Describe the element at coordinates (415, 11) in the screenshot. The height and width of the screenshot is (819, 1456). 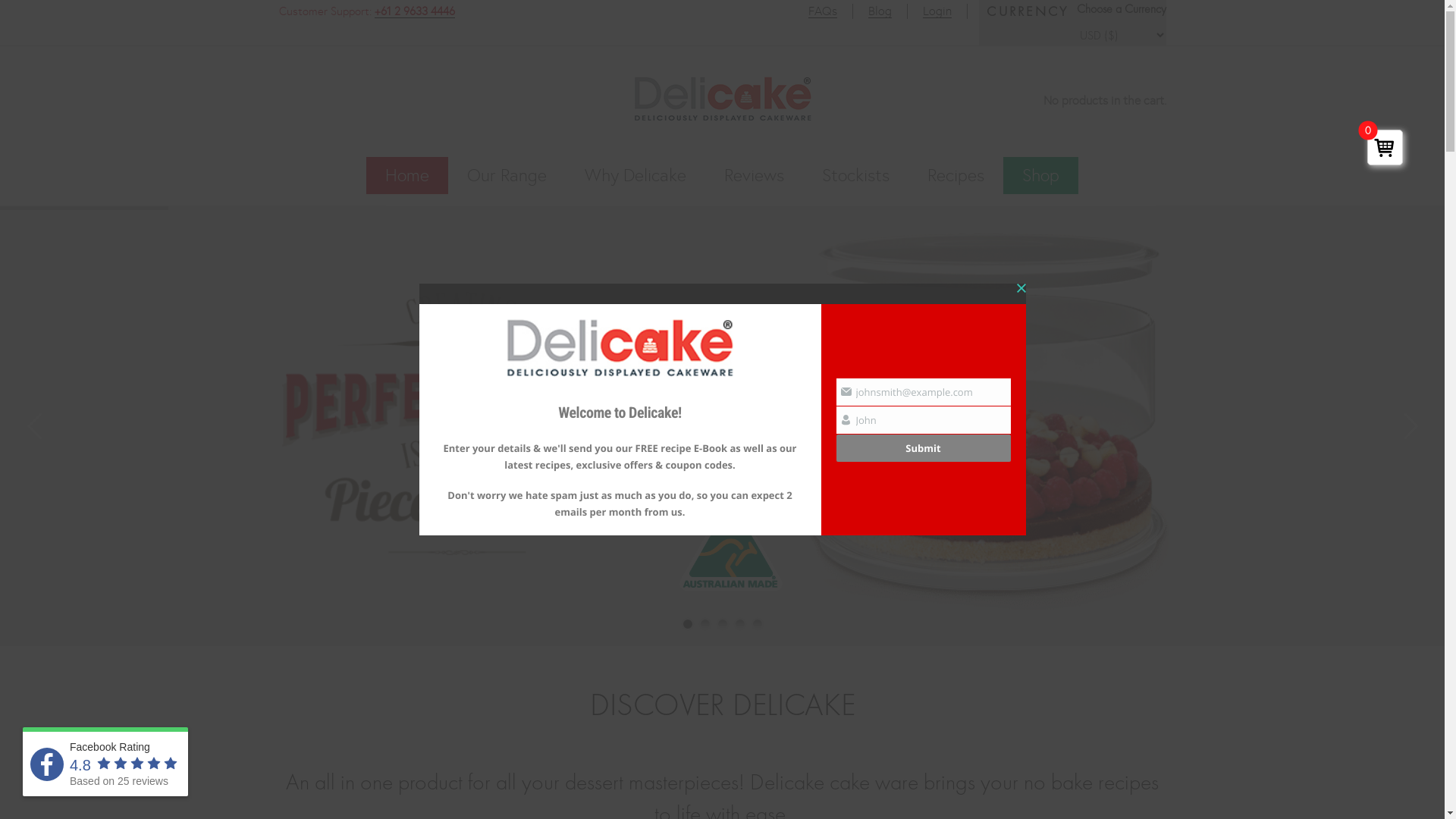
I see `'+61 2 9633 4446'` at that location.